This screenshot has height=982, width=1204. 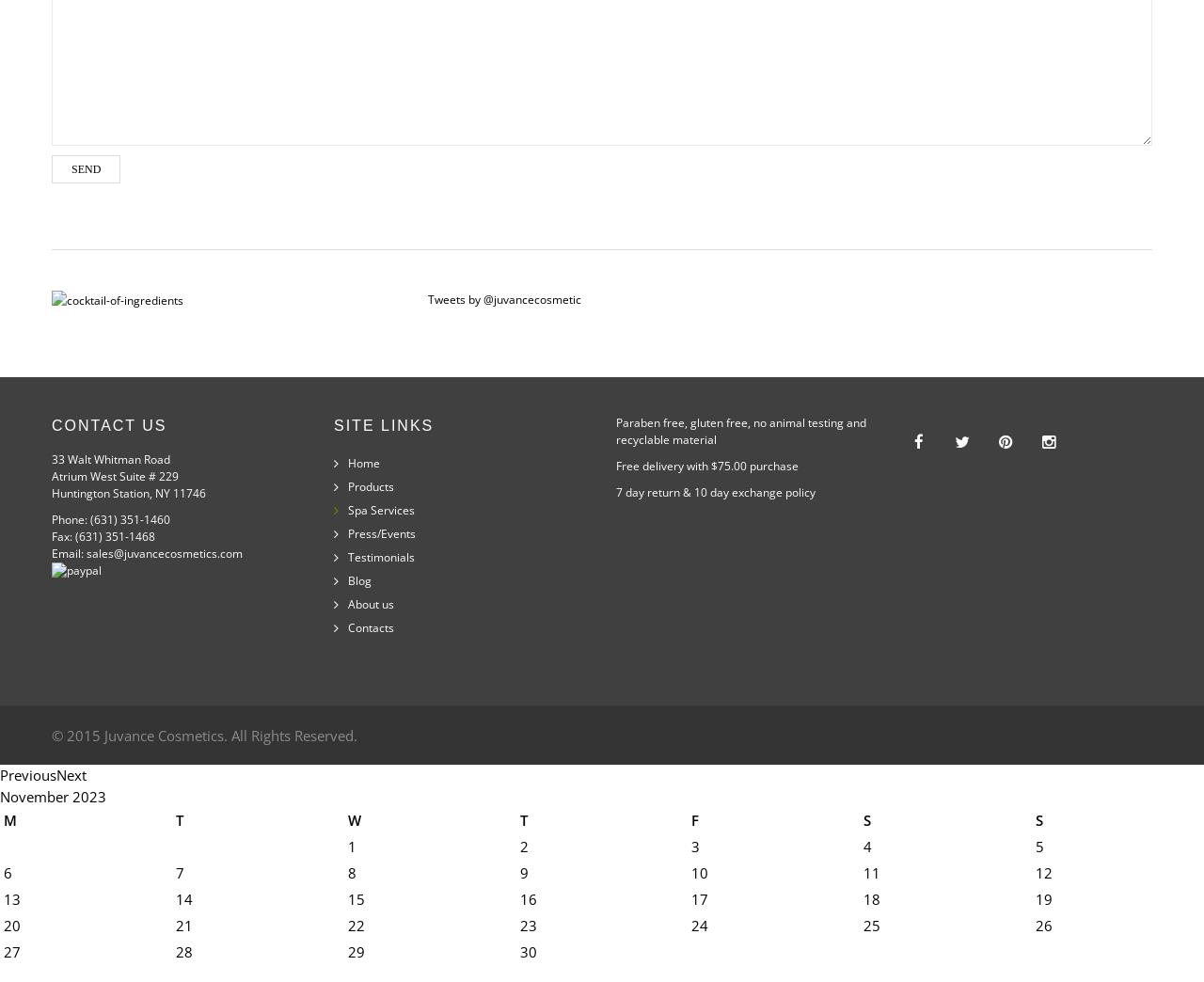 I want to click on '7', so click(x=179, y=872).